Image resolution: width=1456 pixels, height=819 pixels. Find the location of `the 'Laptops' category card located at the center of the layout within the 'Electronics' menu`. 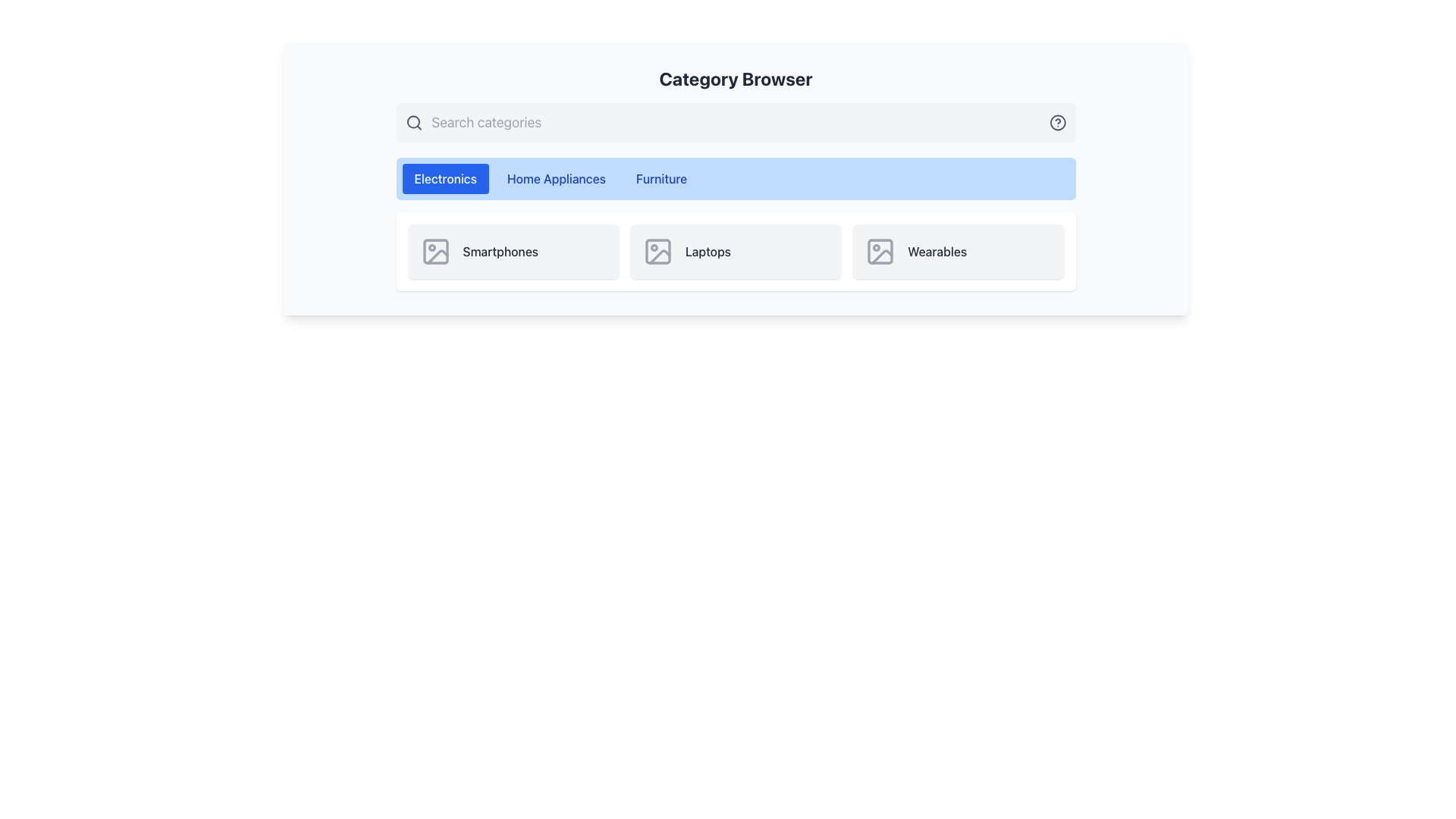

the 'Laptops' category card located at the center of the layout within the 'Electronics' menu is located at coordinates (736, 250).